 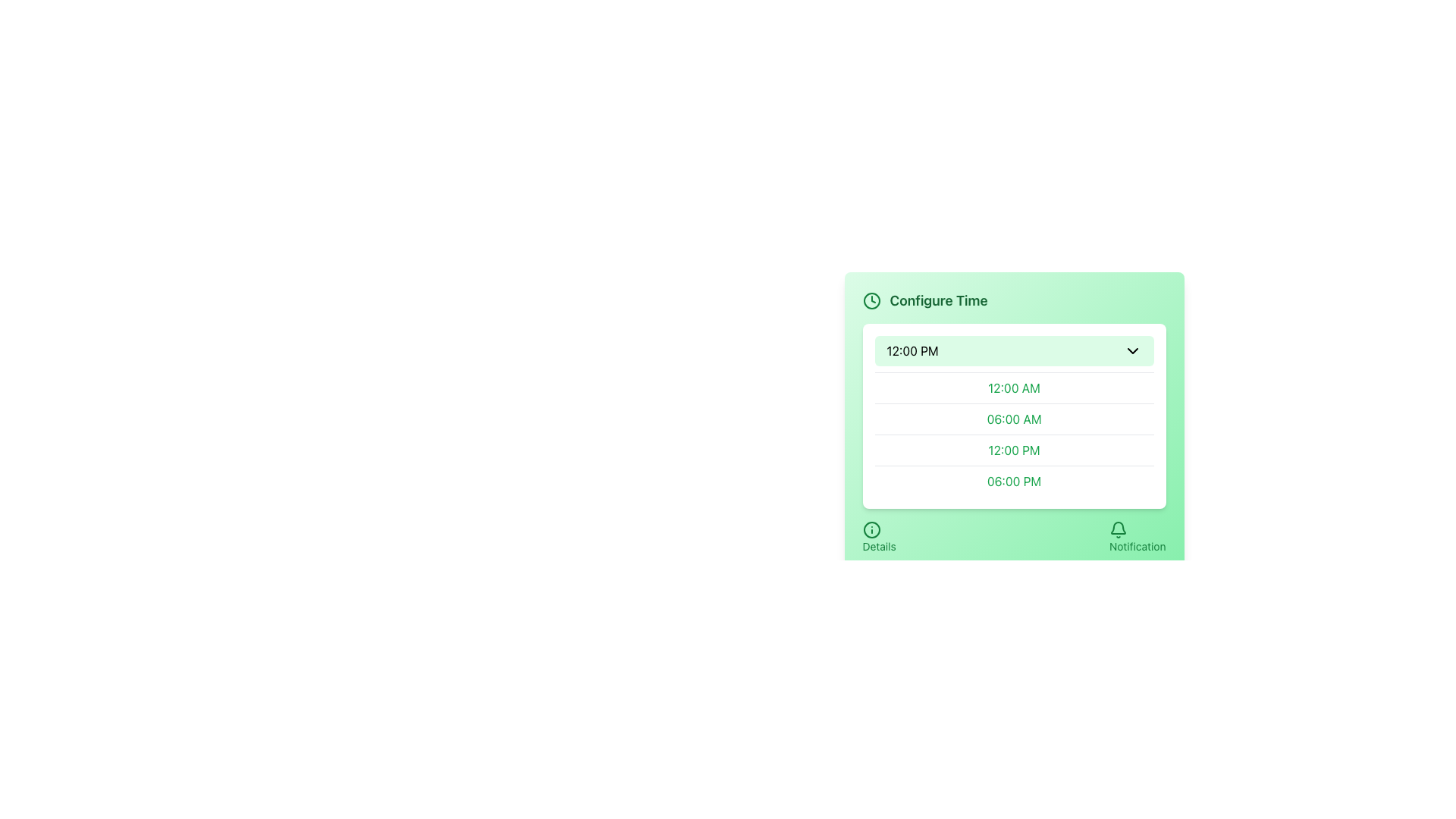 I want to click on the dropdown menu located centrally within the card component, so click(x=1014, y=406).